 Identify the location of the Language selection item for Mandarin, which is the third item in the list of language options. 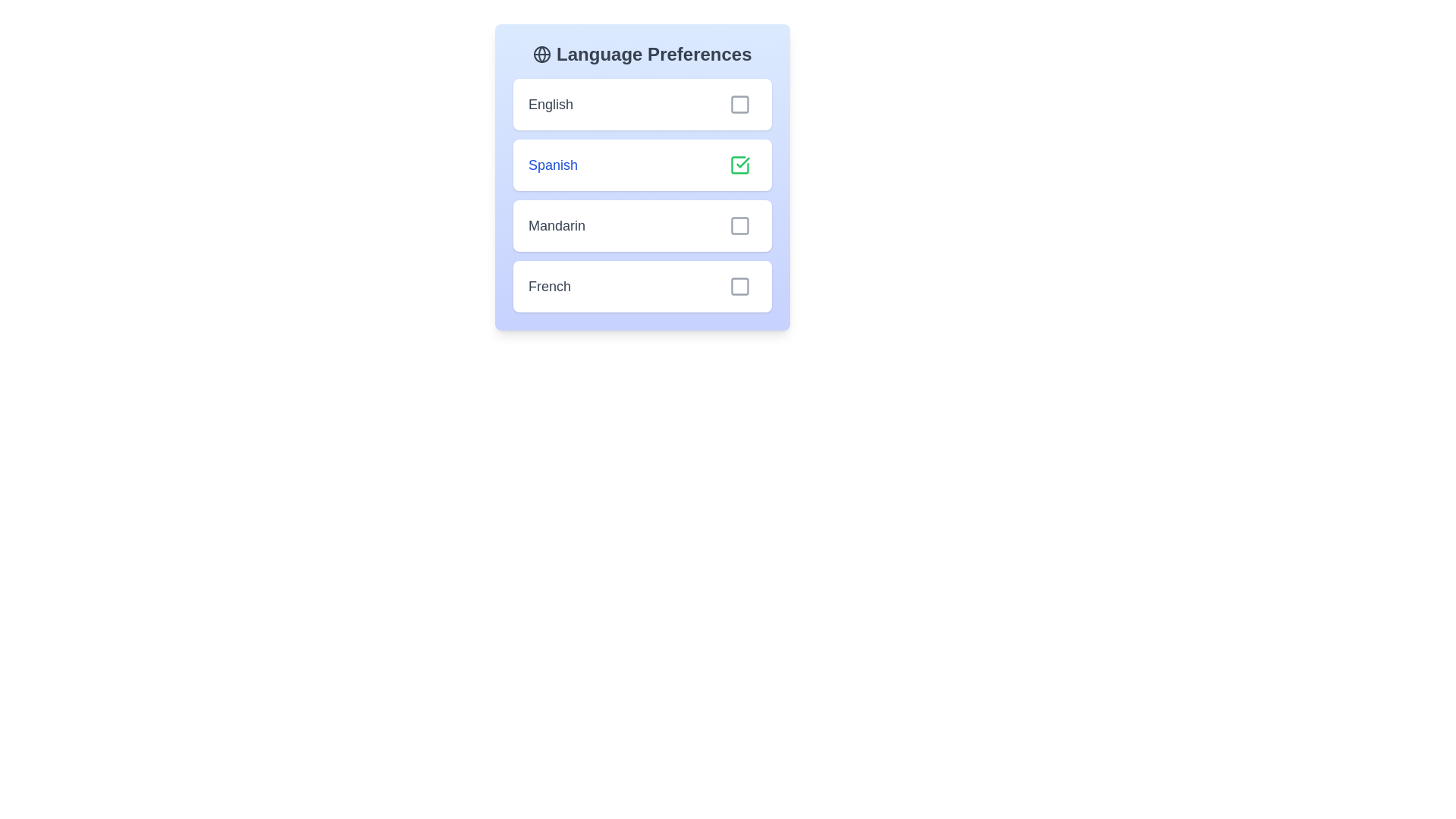
(642, 225).